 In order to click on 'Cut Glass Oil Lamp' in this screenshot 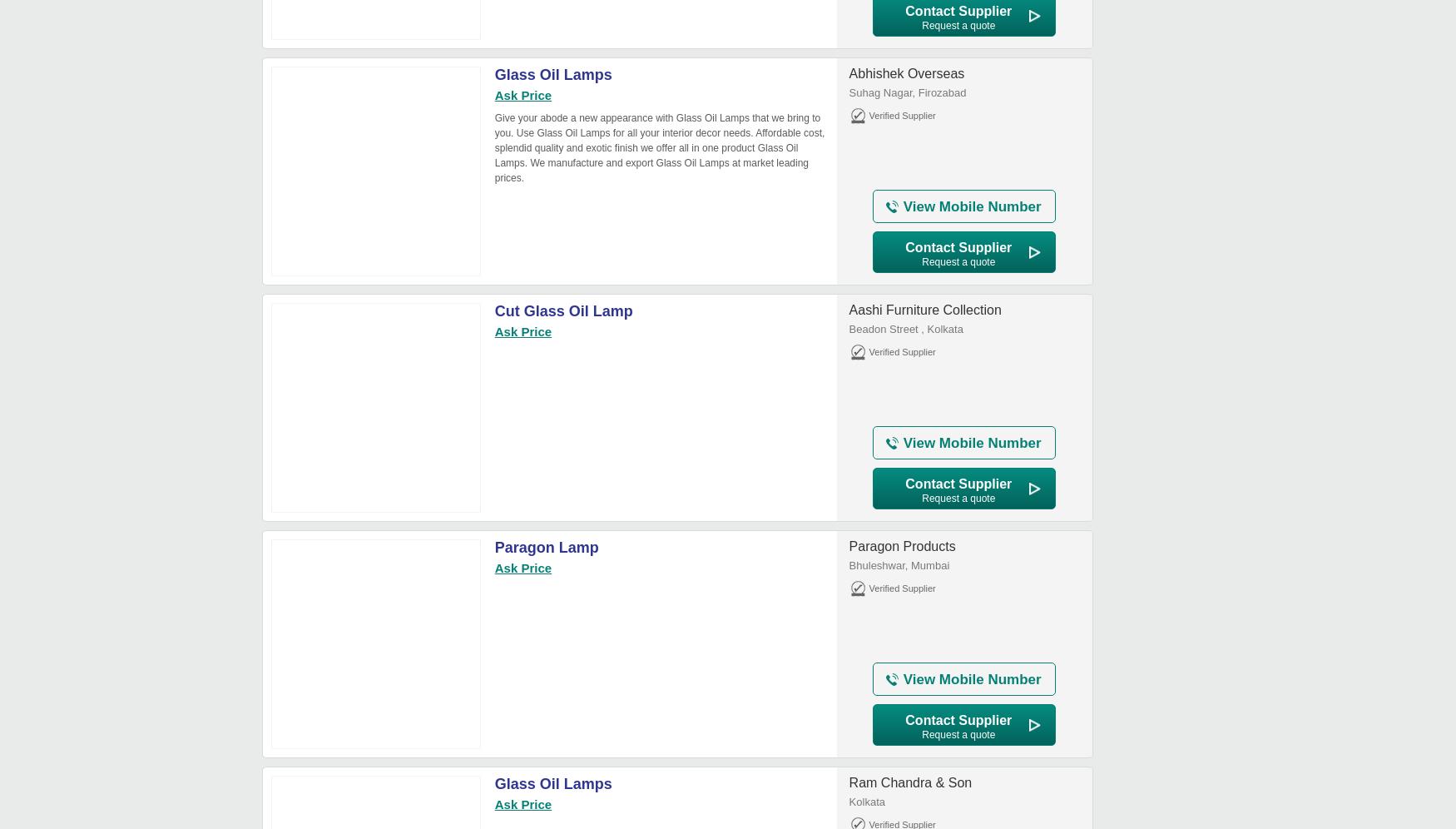, I will do `click(562, 310)`.